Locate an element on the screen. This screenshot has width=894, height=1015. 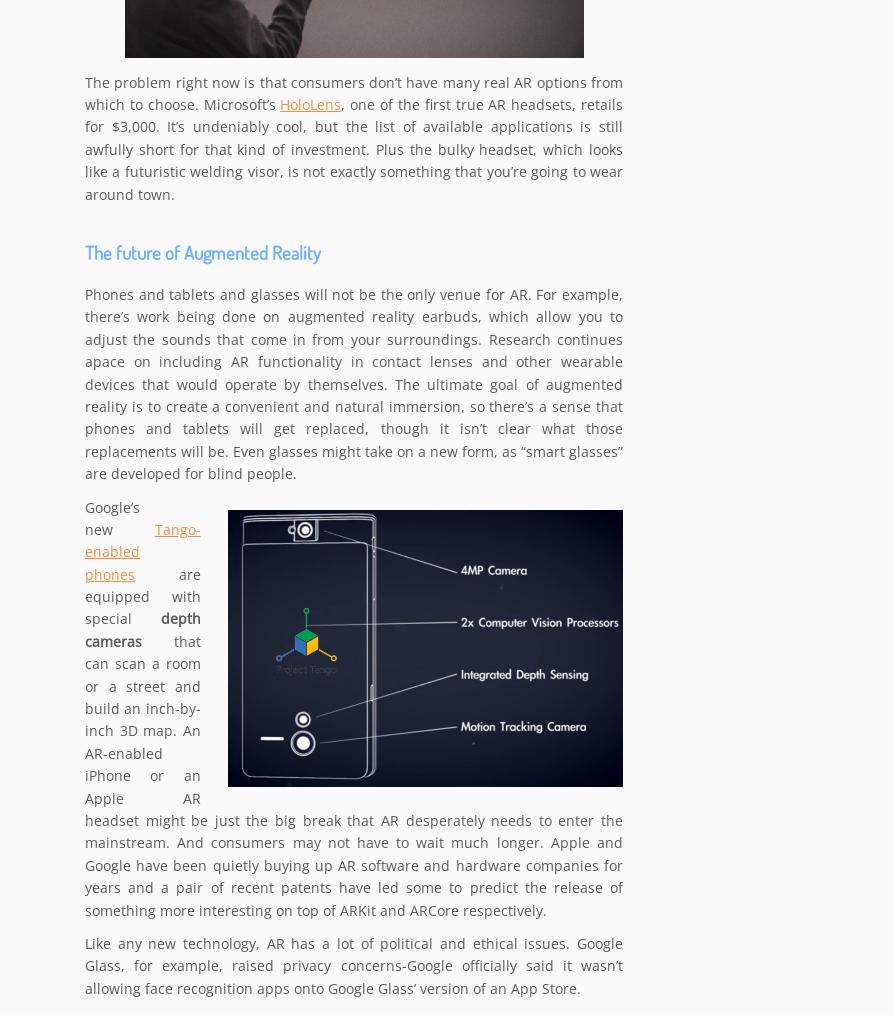
'depth cameras' is located at coordinates (85, 630).